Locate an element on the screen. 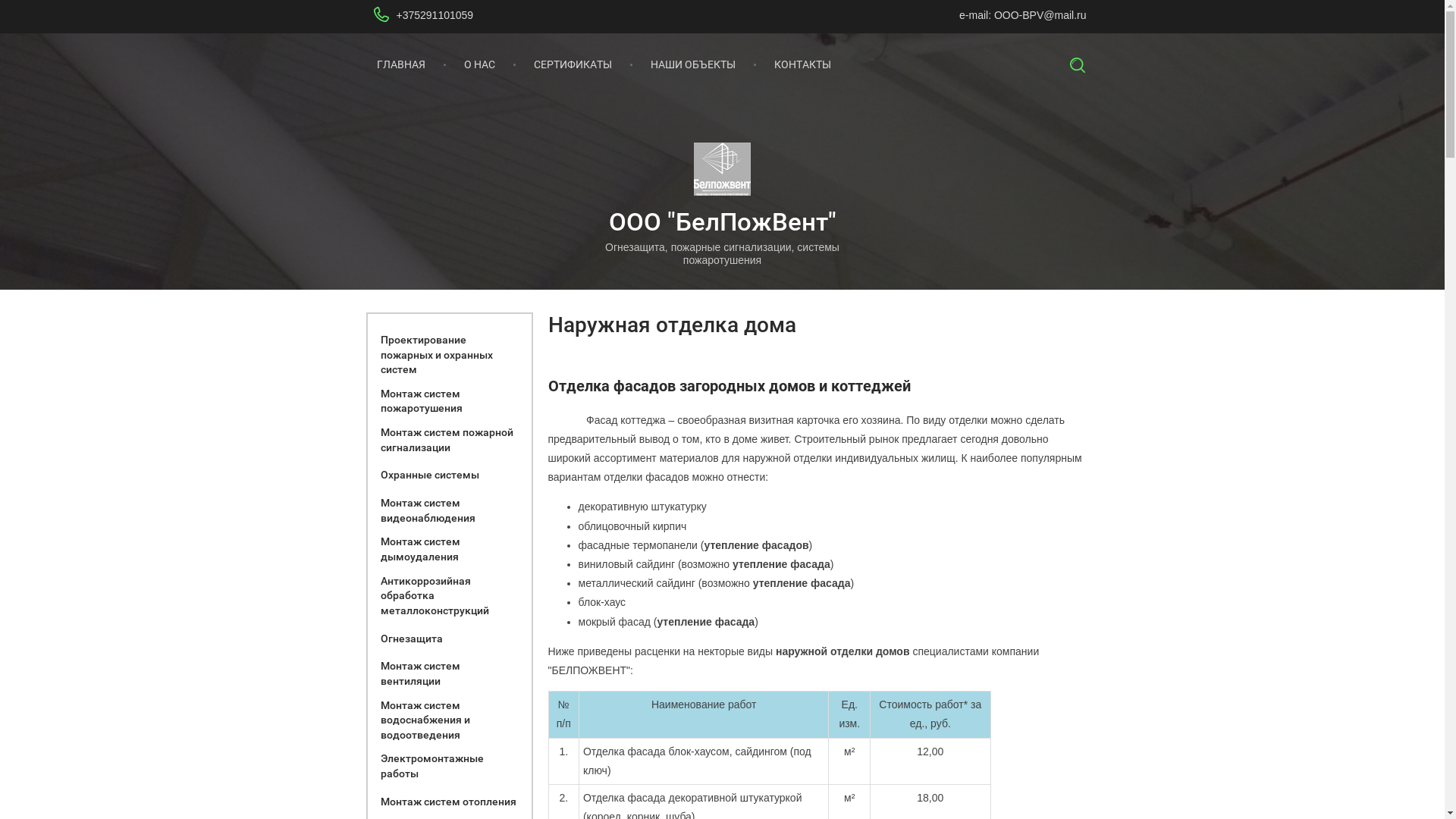 The image size is (1456, 819). '+375291101059' is located at coordinates (433, 14).